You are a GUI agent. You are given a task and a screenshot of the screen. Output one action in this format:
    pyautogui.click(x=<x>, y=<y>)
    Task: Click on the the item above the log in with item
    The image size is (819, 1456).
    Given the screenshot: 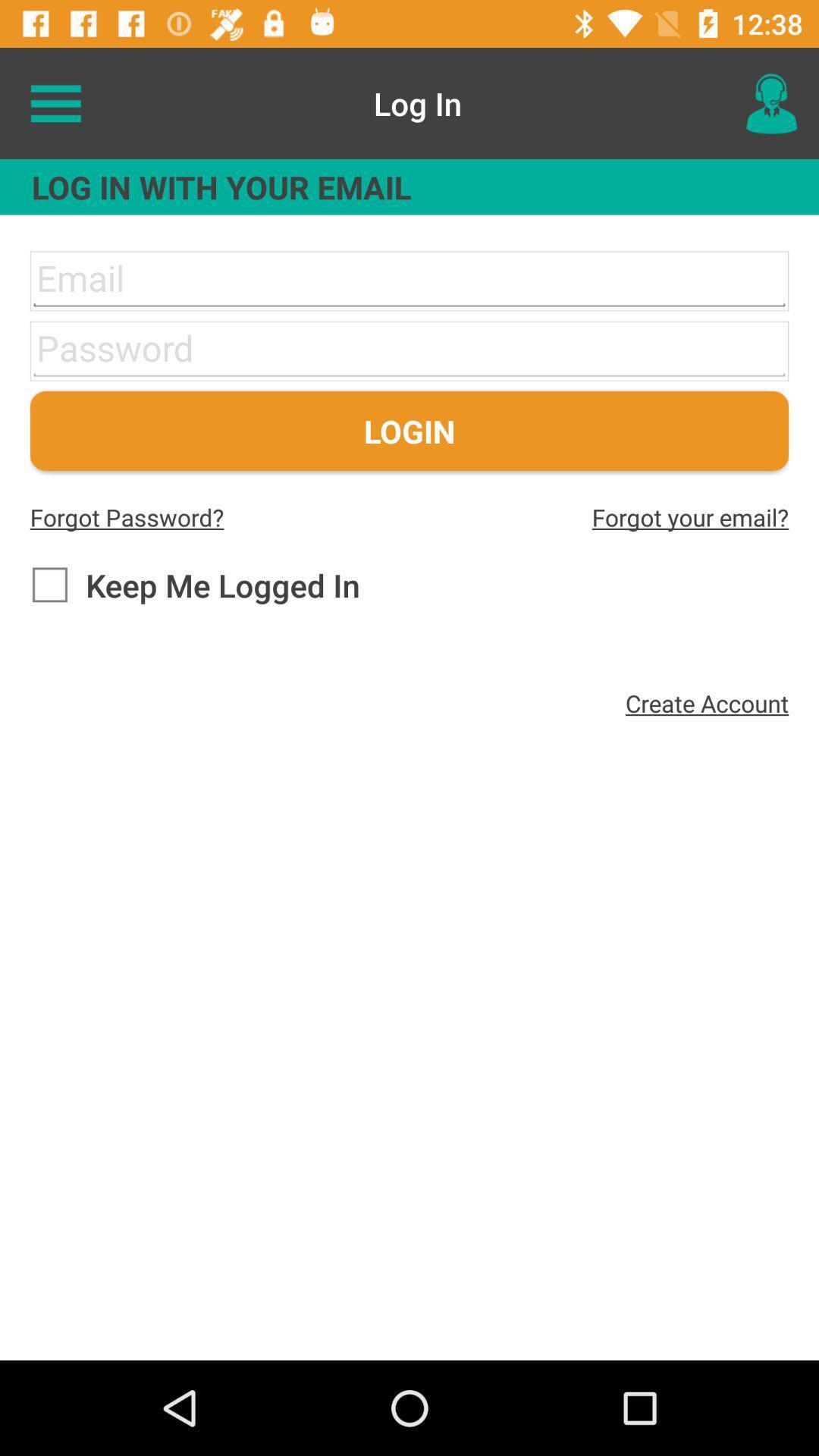 What is the action you would take?
    pyautogui.click(x=771, y=102)
    